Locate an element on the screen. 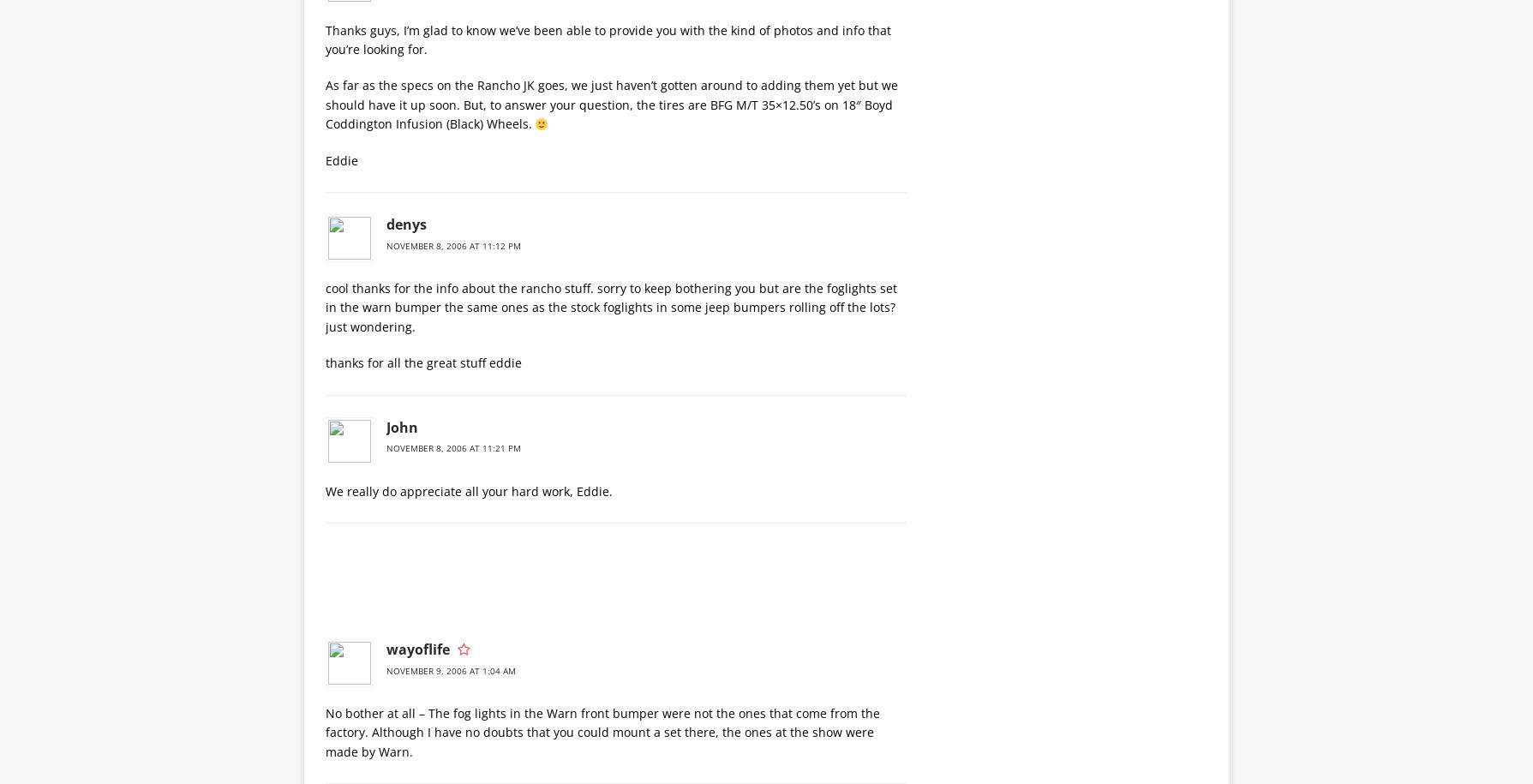 The image size is (1533, 784). 'wayoflife' is located at coordinates (416, 648).